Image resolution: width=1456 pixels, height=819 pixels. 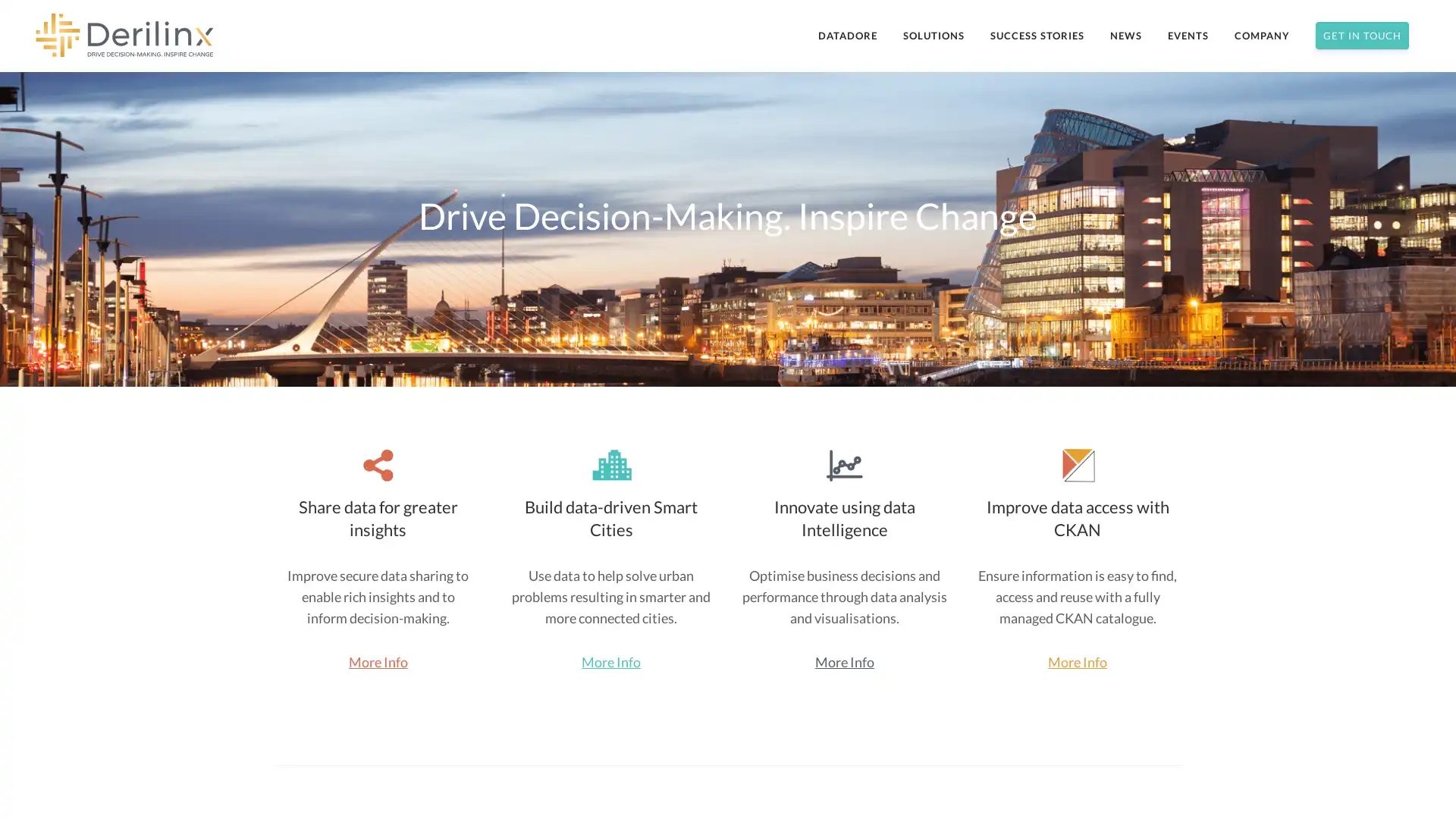 I want to click on Subscribe Now, so click(x=1295, y=789).